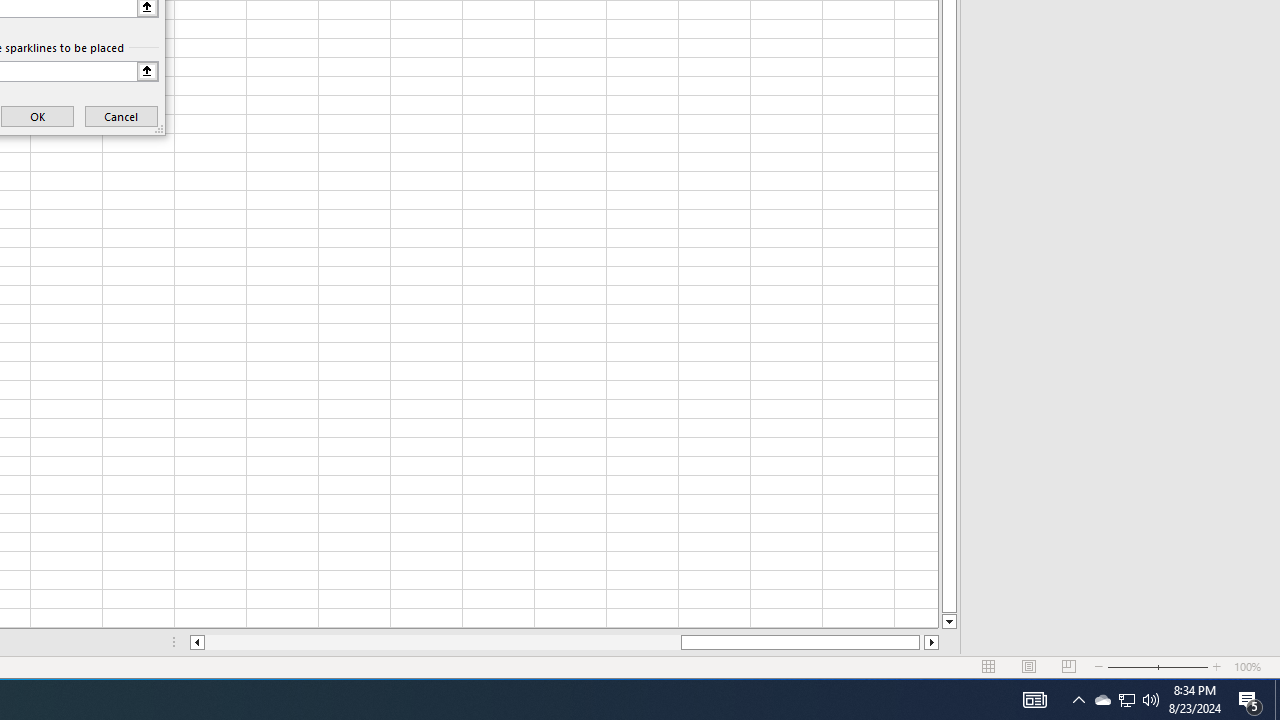 Image resolution: width=1280 pixels, height=720 pixels. Describe the element at coordinates (441, 642) in the screenshot. I see `'Page left'` at that location.